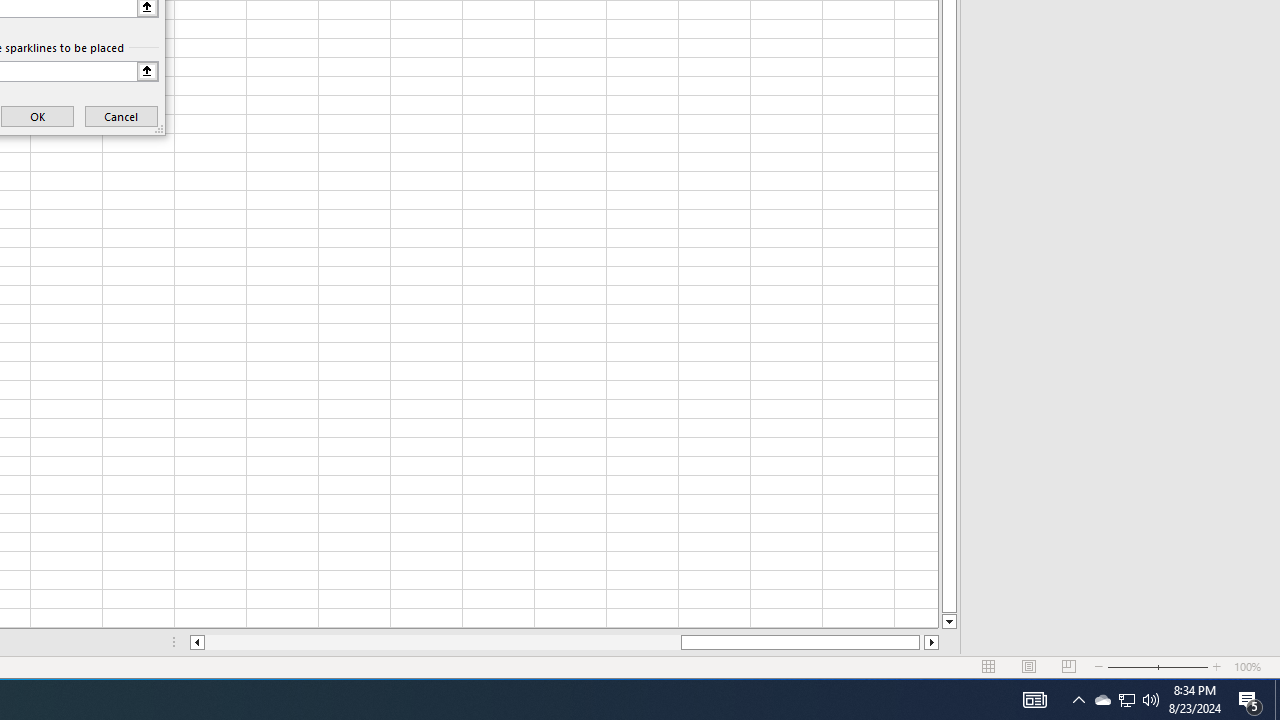 Image resolution: width=1280 pixels, height=720 pixels. Describe the element at coordinates (441, 642) in the screenshot. I see `'Page left'` at that location.